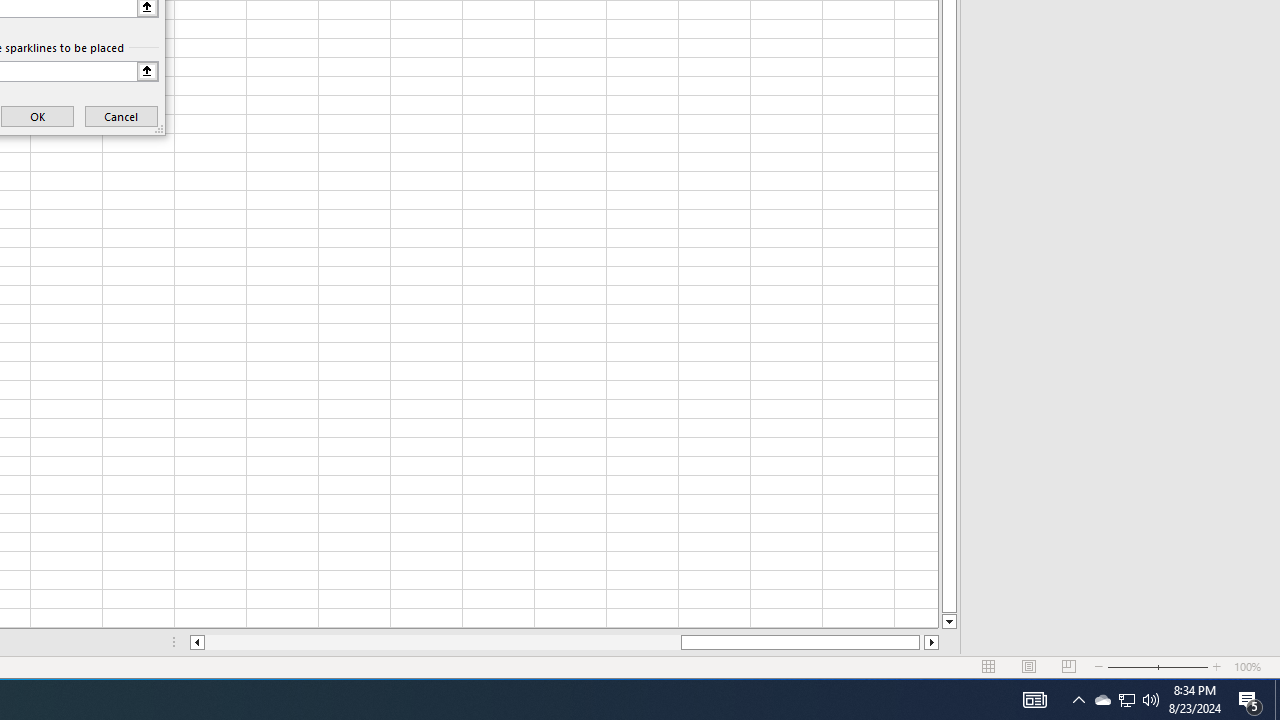 Image resolution: width=1280 pixels, height=720 pixels. Describe the element at coordinates (441, 642) in the screenshot. I see `'Page left'` at that location.